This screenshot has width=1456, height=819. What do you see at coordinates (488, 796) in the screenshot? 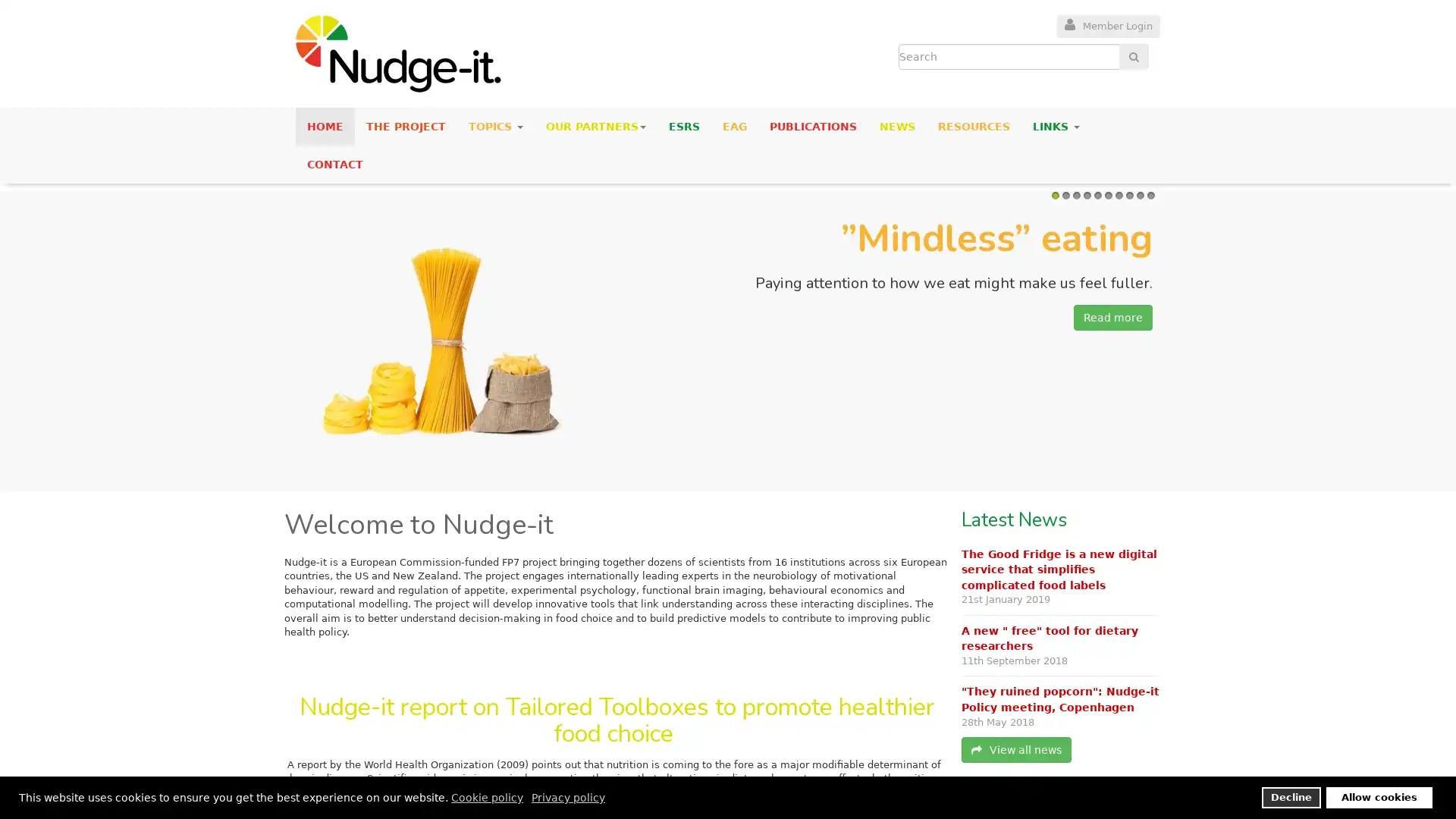
I see `cookie policy` at bounding box center [488, 796].